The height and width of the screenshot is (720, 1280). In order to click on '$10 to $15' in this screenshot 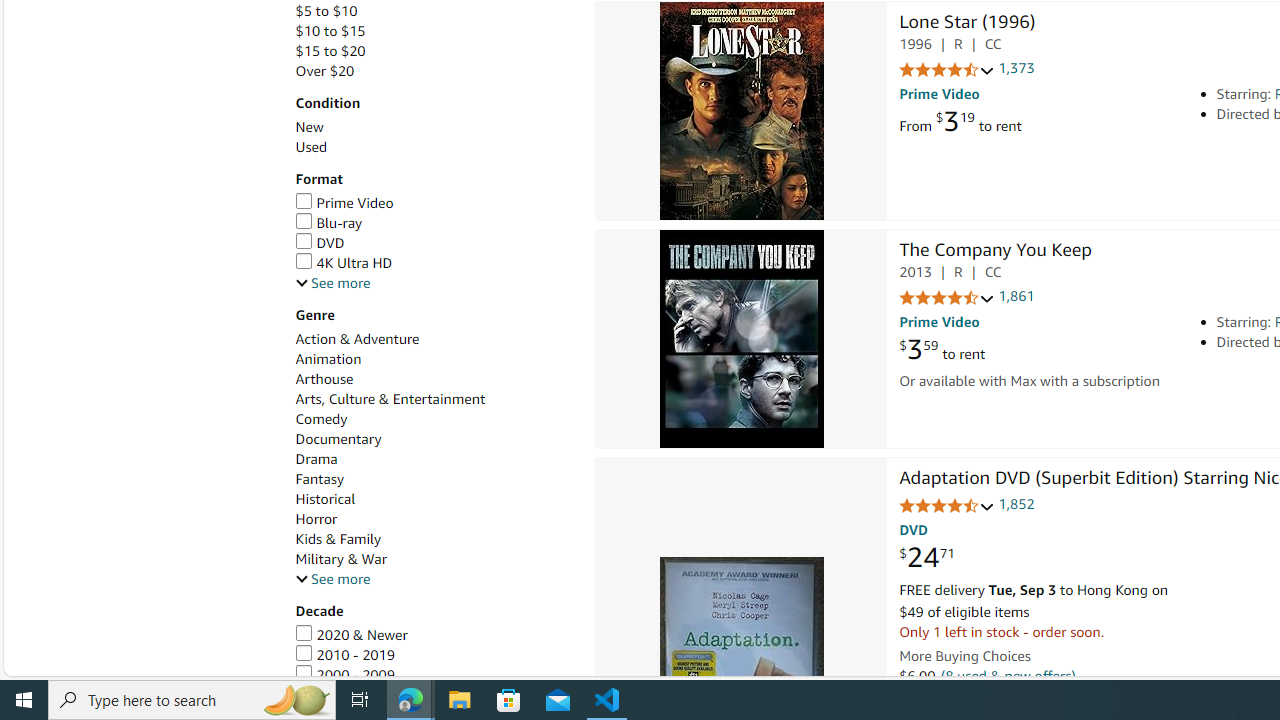, I will do `click(330, 31)`.